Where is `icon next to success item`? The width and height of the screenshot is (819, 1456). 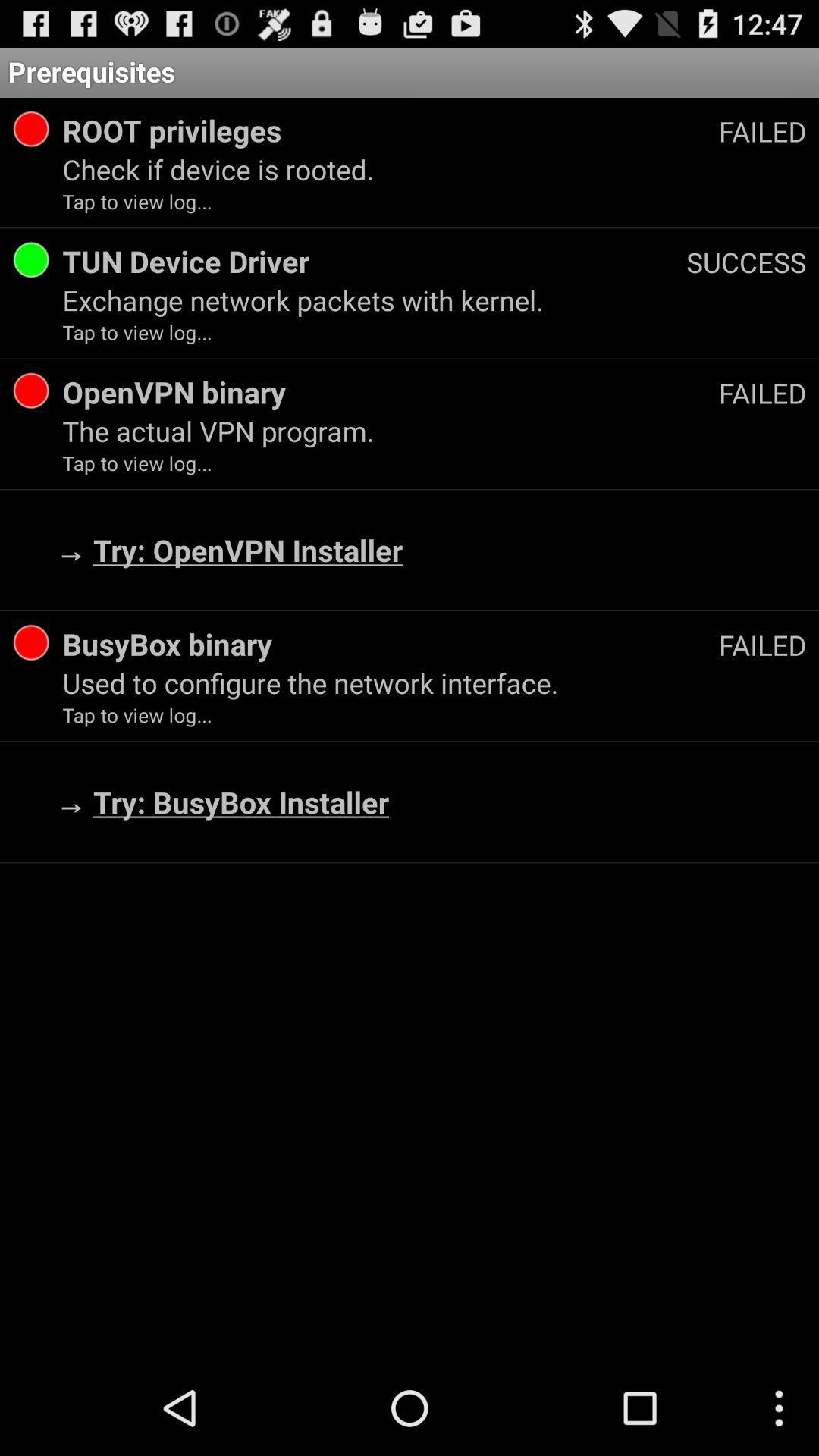 icon next to success item is located at coordinates (374, 261).